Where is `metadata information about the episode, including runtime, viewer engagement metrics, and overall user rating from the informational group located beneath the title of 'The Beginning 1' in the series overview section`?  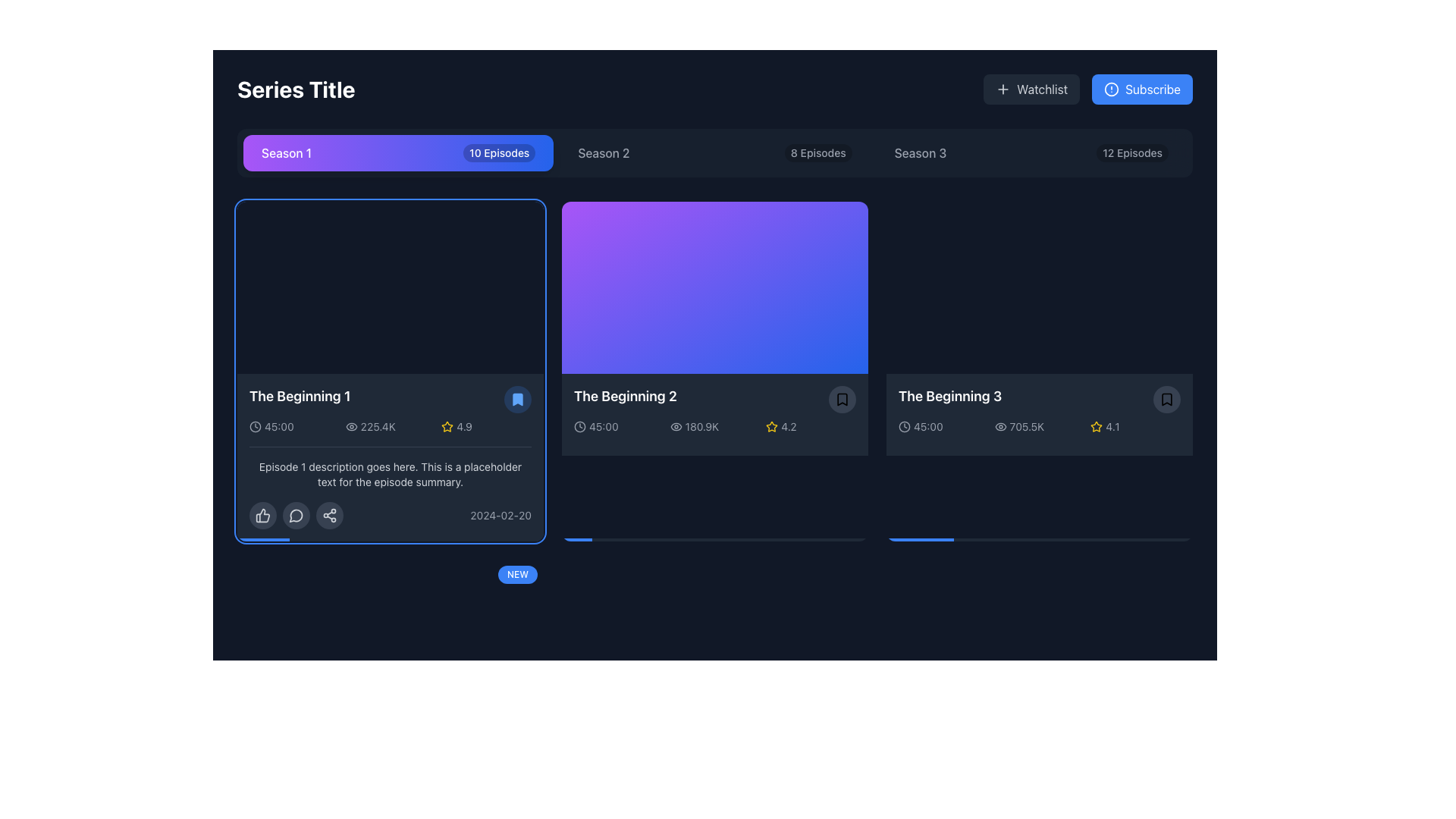
metadata information about the episode, including runtime, viewer engagement metrics, and overall user rating from the informational group located beneath the title of 'The Beginning 1' in the series overview section is located at coordinates (390, 427).